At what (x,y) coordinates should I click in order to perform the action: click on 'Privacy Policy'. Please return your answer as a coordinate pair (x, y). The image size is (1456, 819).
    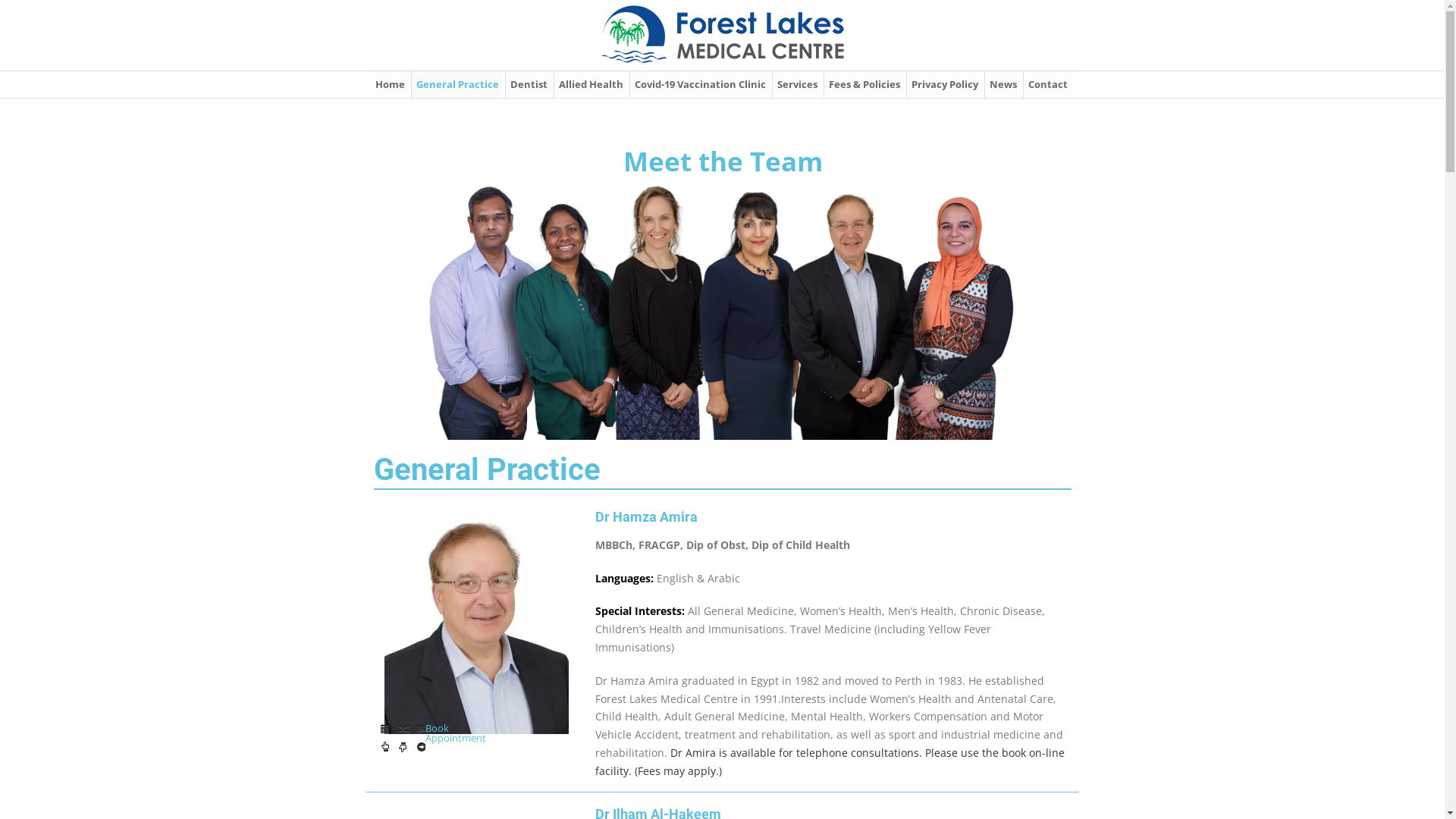
    Looking at the image, I should click on (943, 84).